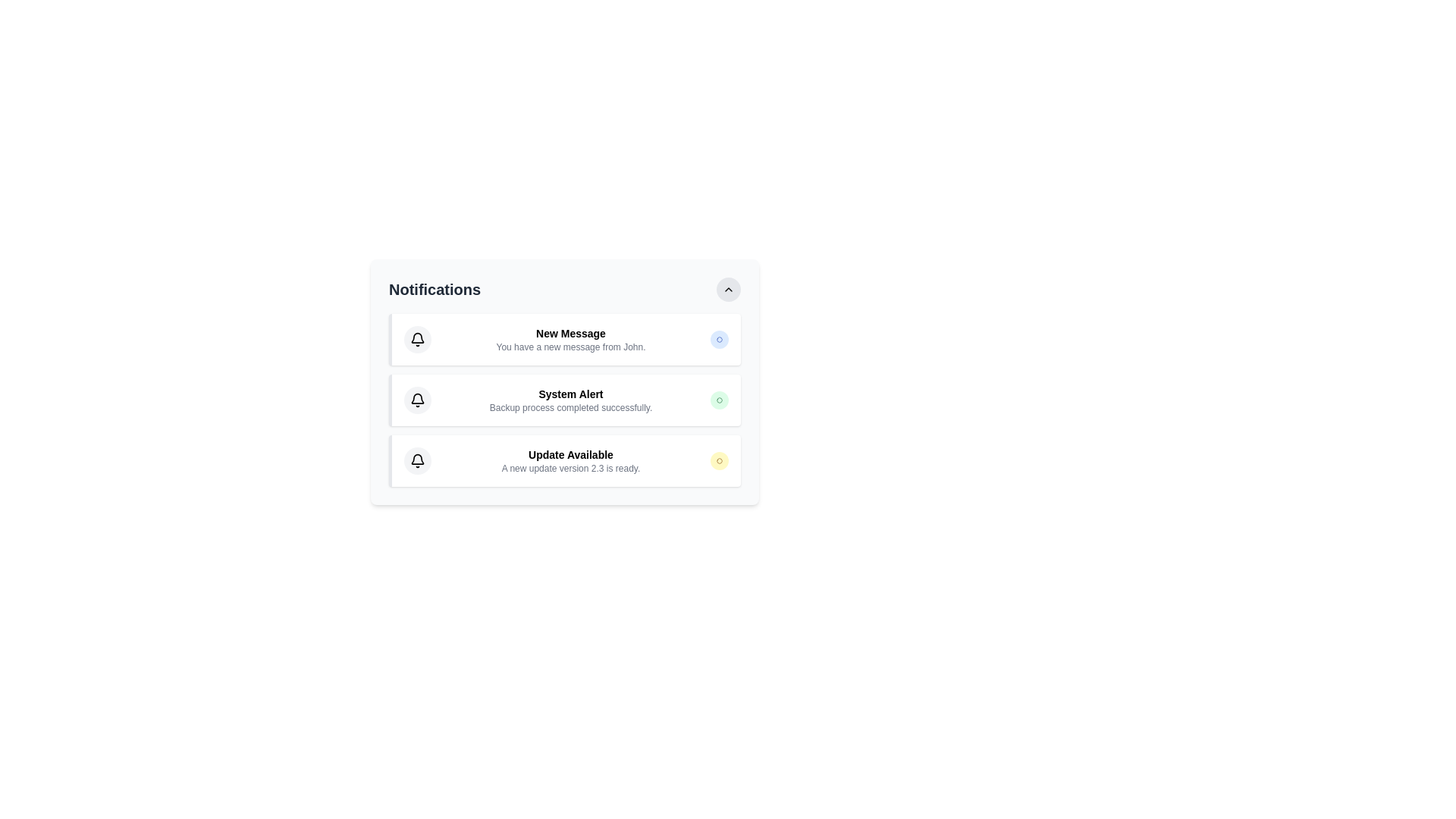 The image size is (1456, 819). I want to click on the text block that contains the bolded text 'New Message' and the detail 'You have a new message from John.' within the first notification card in the 'Notifications' section, so click(570, 338).